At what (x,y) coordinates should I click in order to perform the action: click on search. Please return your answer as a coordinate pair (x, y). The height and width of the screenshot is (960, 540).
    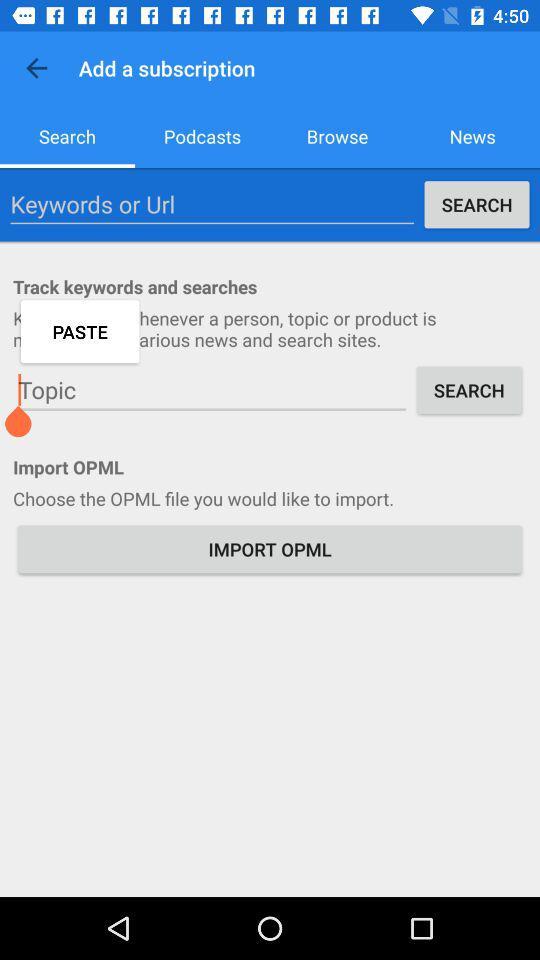
    Looking at the image, I should click on (211, 389).